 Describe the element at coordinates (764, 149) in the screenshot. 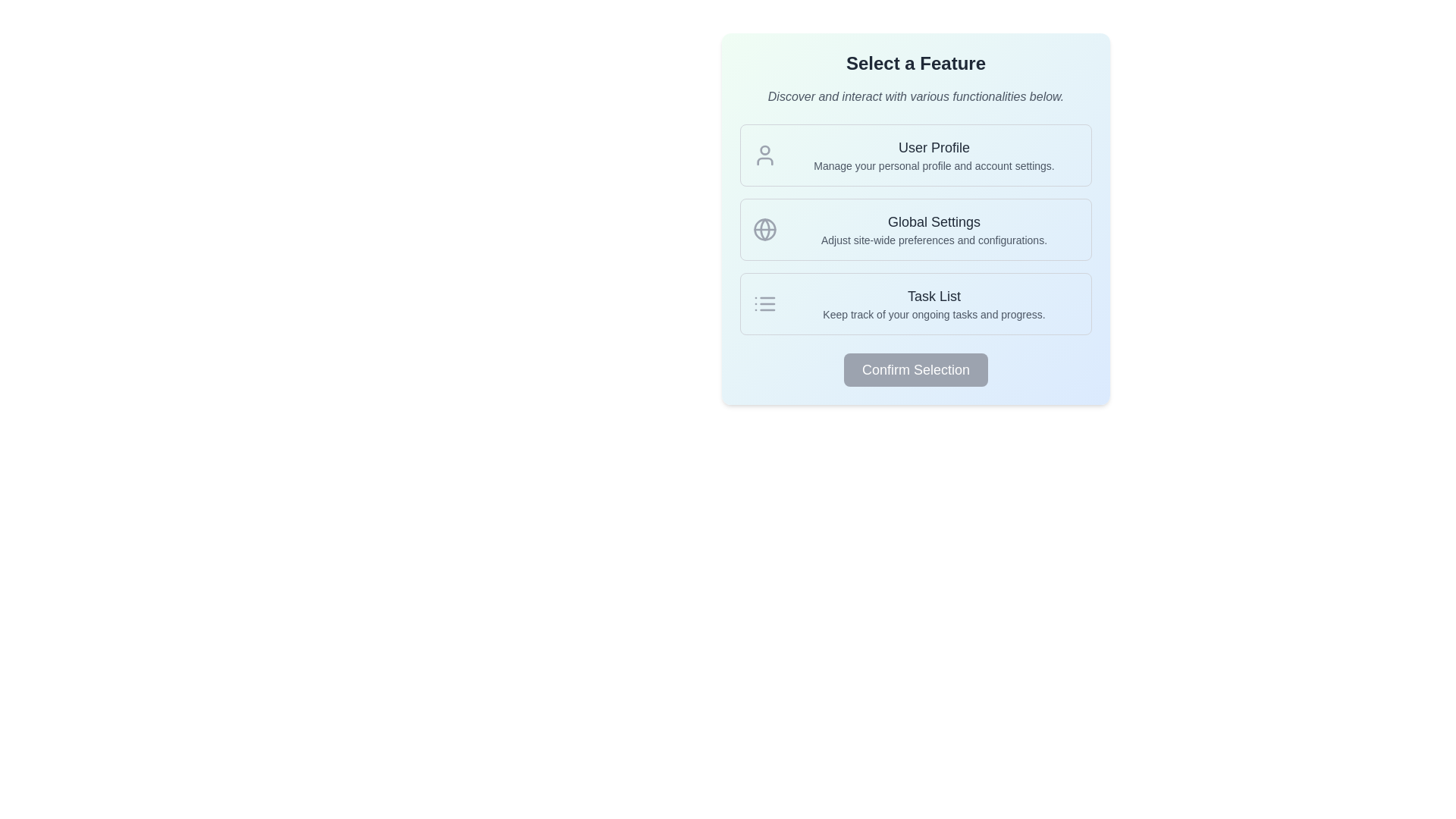

I see `the decorative circular element representing the head in the 'User Profile' icon, which is located to the left of the 'User Profile' option in the feature selection list` at that location.